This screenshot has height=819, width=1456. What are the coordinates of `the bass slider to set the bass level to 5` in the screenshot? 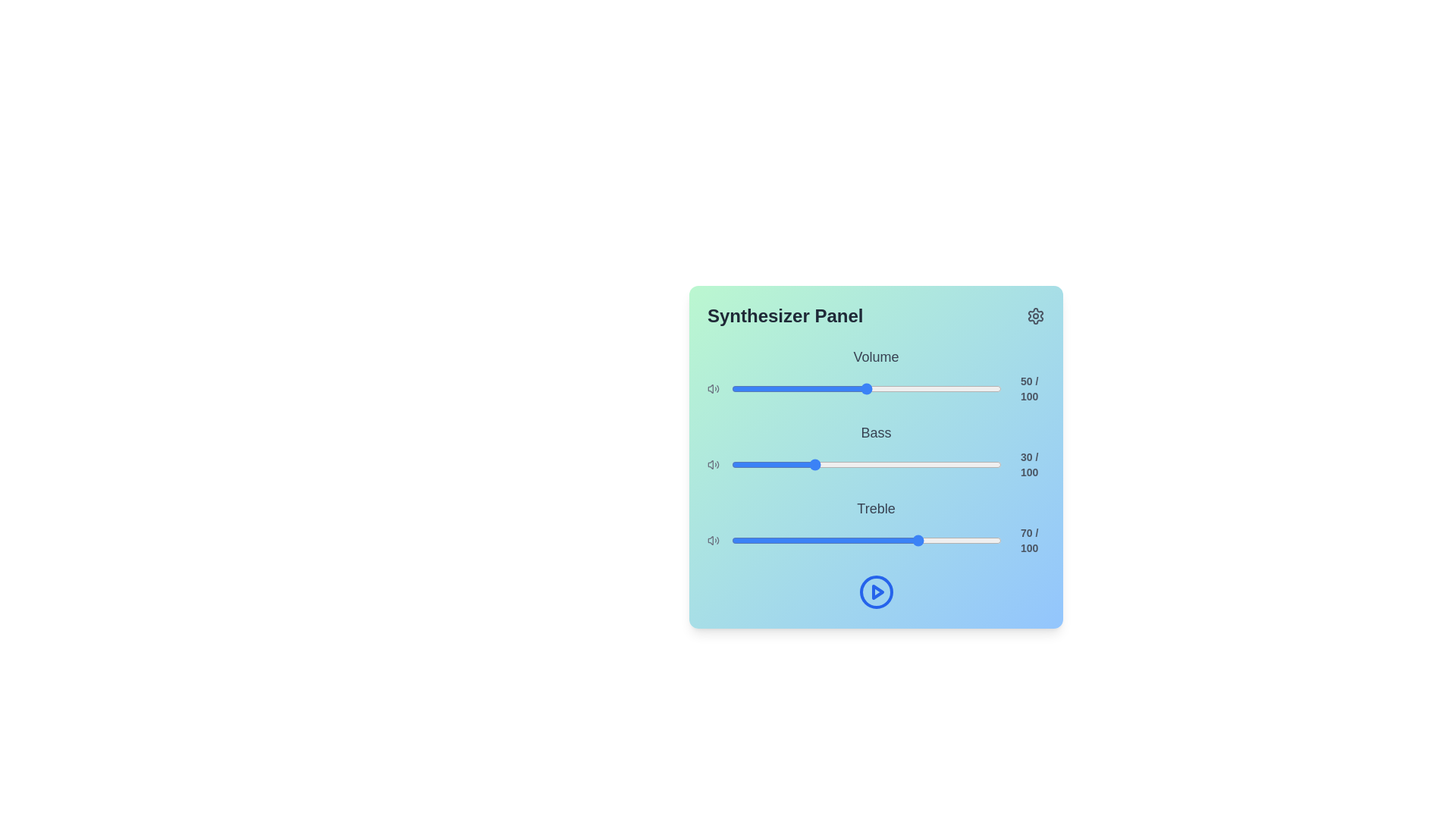 It's located at (745, 464).